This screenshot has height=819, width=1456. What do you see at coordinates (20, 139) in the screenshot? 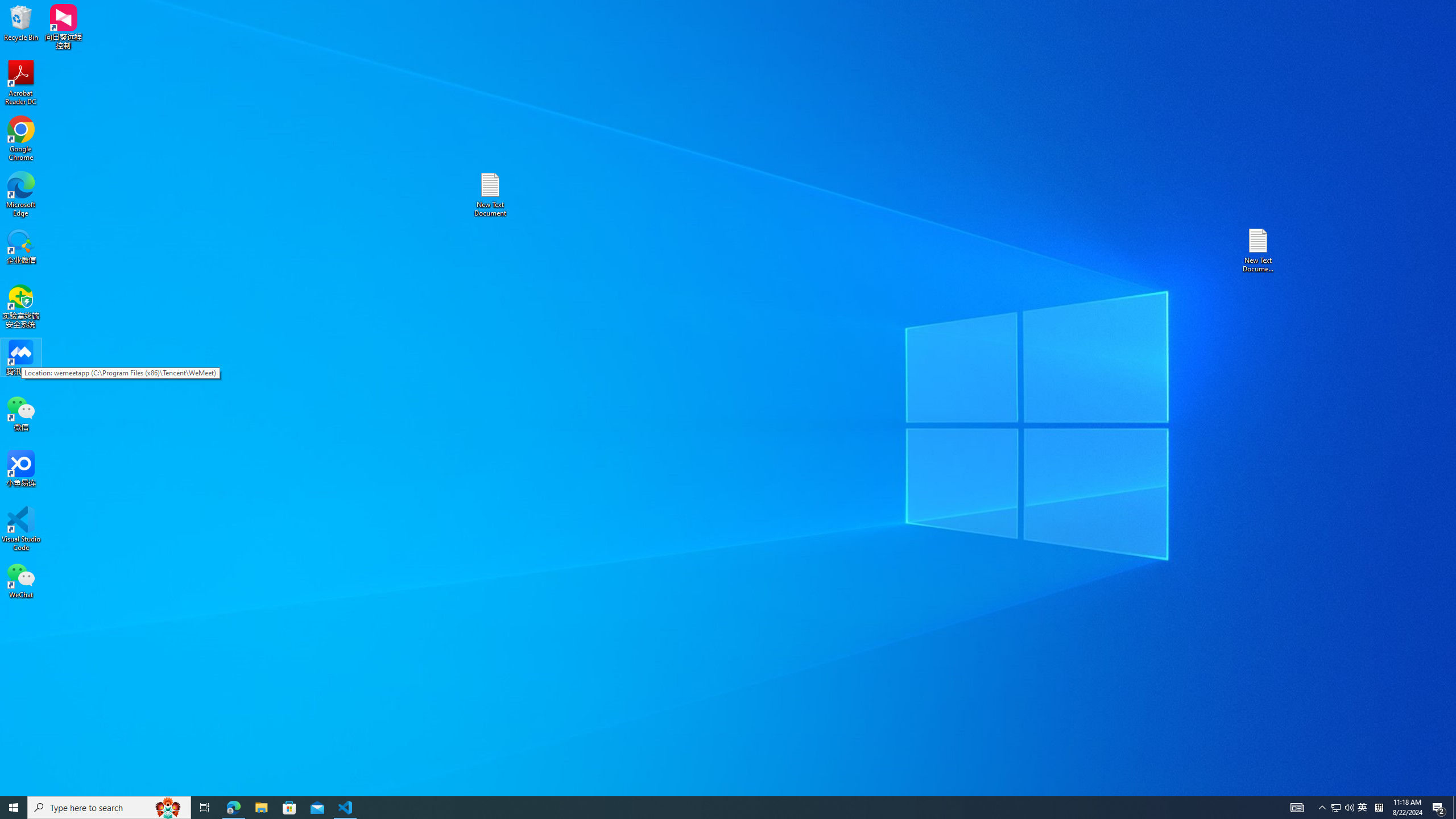
I see `'Google Chrome'` at bounding box center [20, 139].